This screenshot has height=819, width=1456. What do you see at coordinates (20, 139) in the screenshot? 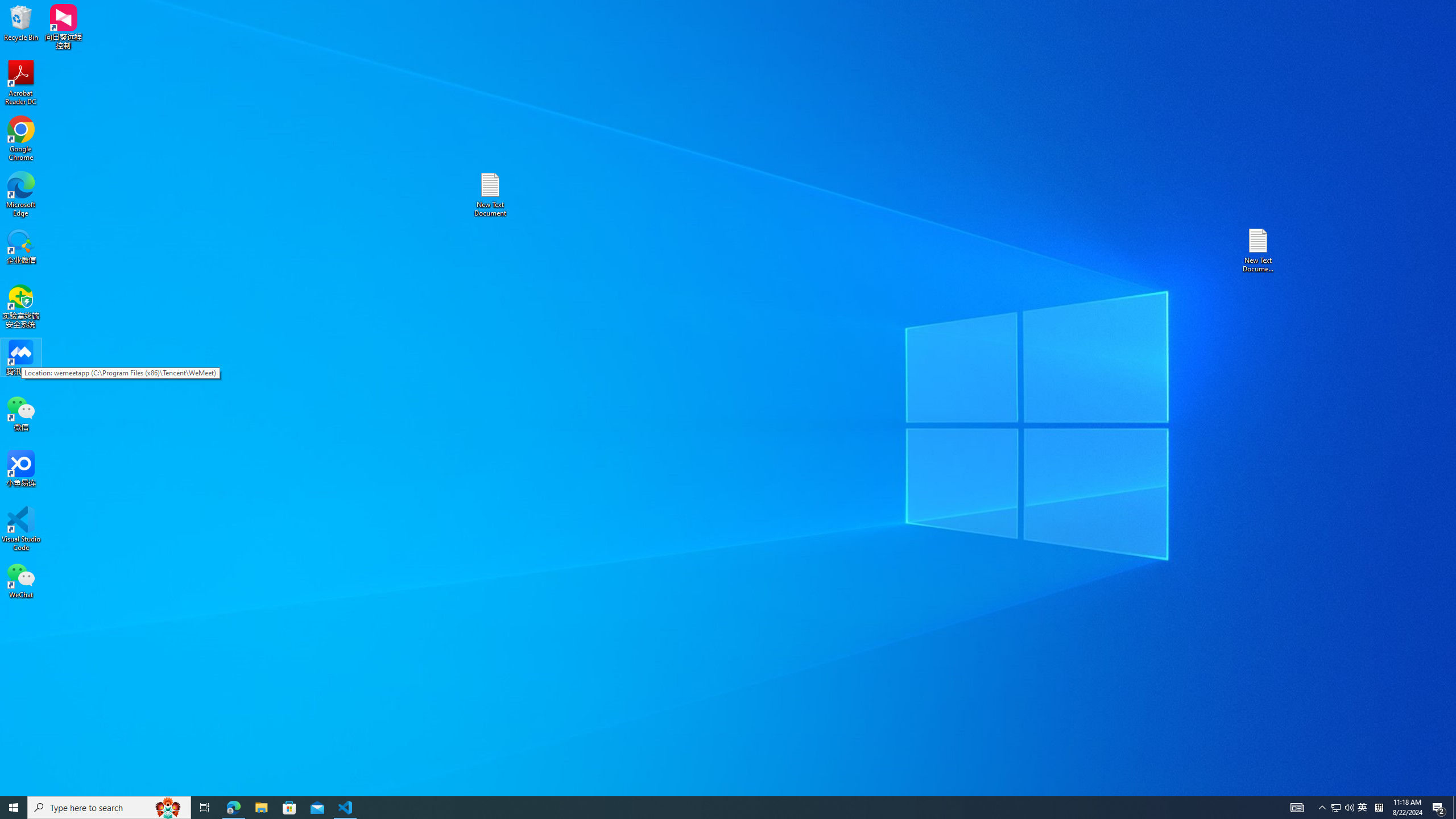
I see `'Google Chrome'` at bounding box center [20, 139].